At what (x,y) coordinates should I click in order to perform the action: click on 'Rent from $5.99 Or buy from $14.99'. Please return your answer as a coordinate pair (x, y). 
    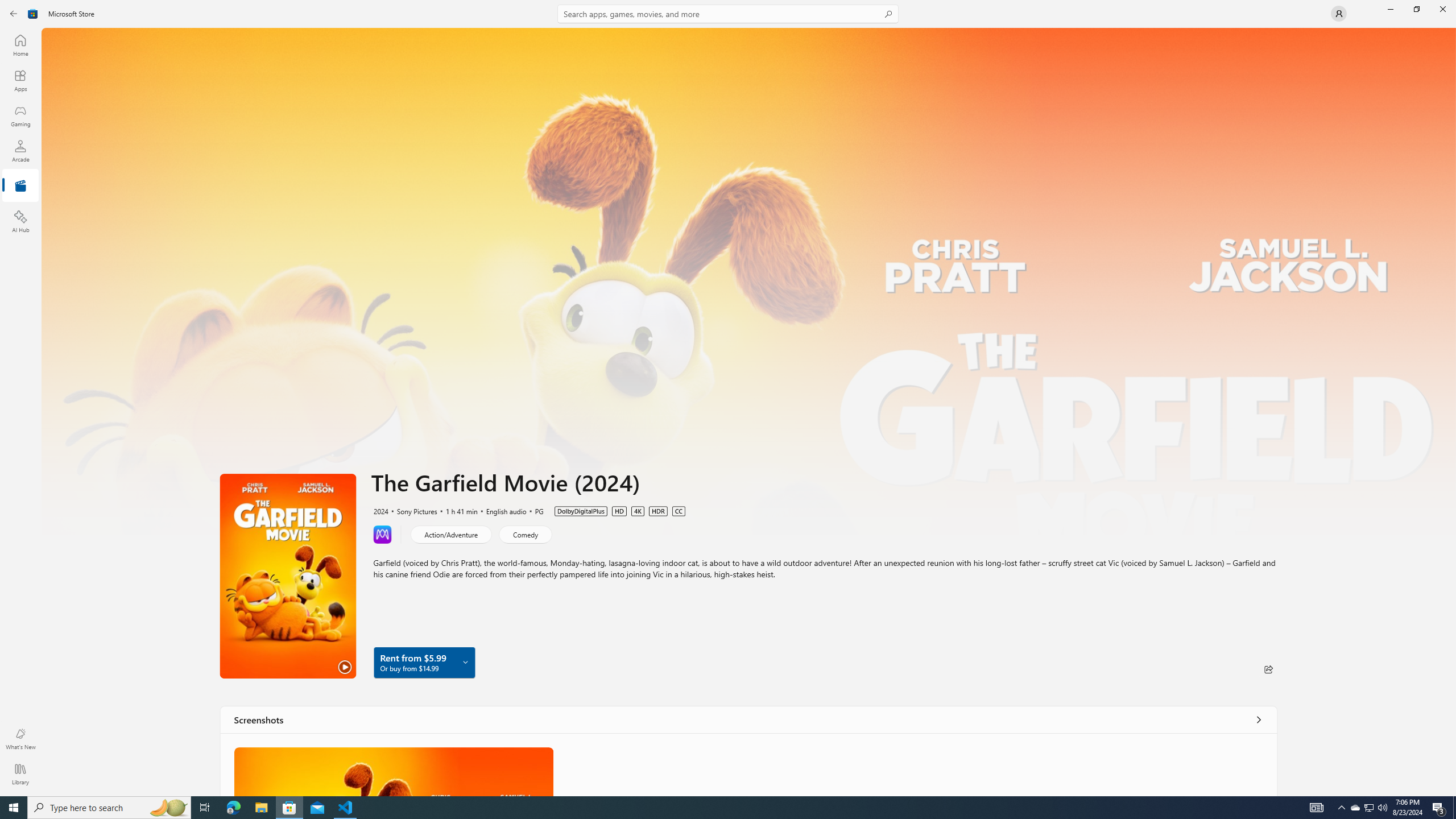
    Looking at the image, I should click on (424, 662).